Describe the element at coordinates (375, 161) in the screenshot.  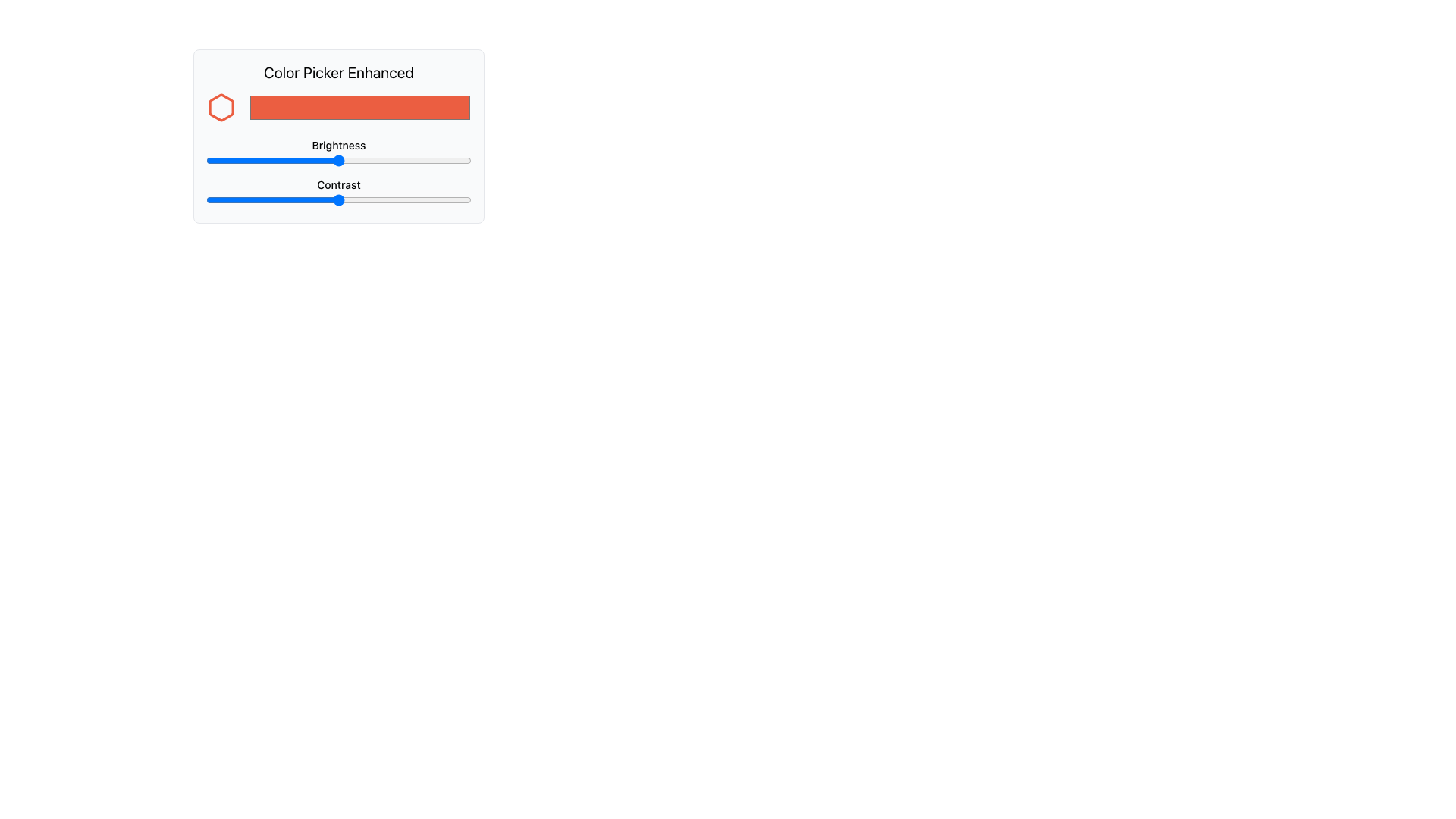
I see `brightness level` at that location.